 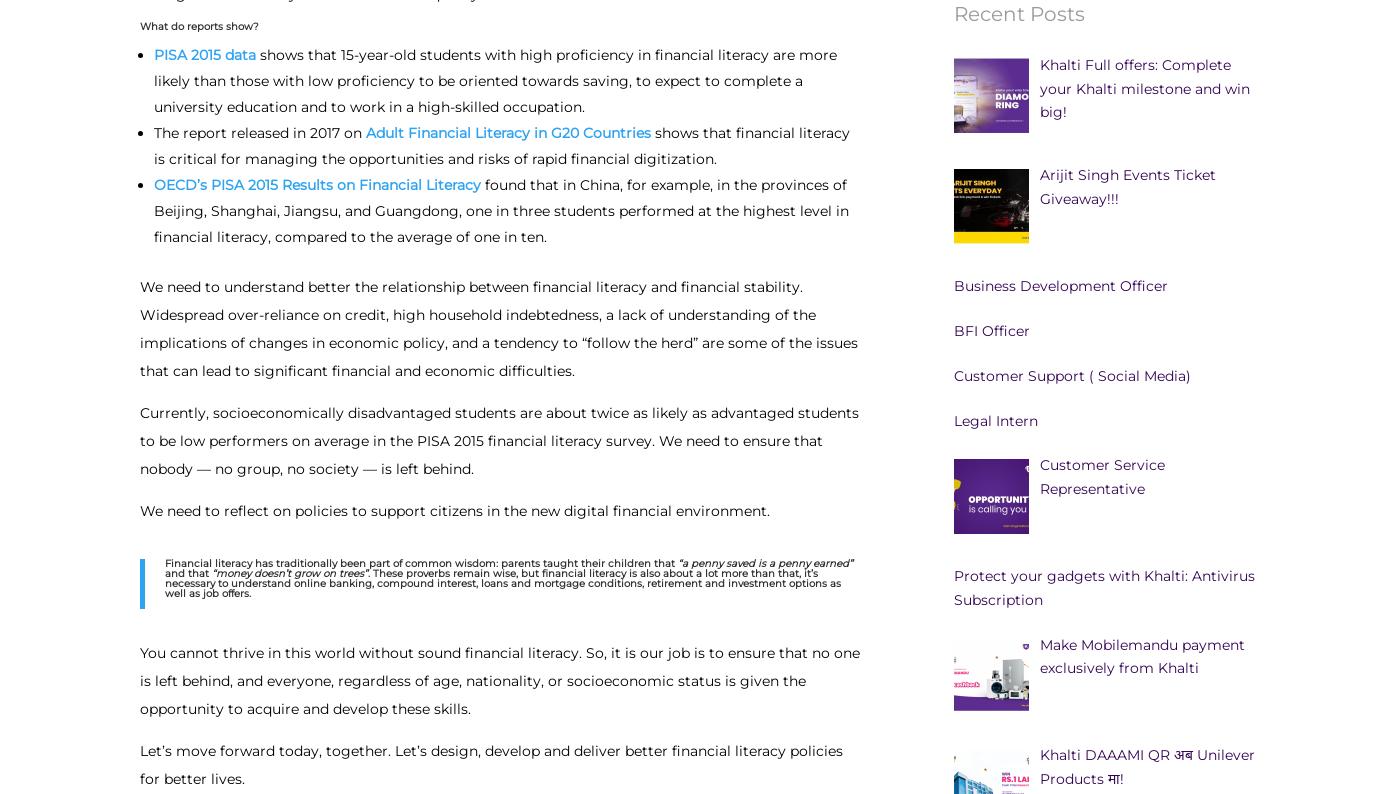 I want to click on 'Adult Financial Literacy in G20 Countries', so click(x=508, y=131).